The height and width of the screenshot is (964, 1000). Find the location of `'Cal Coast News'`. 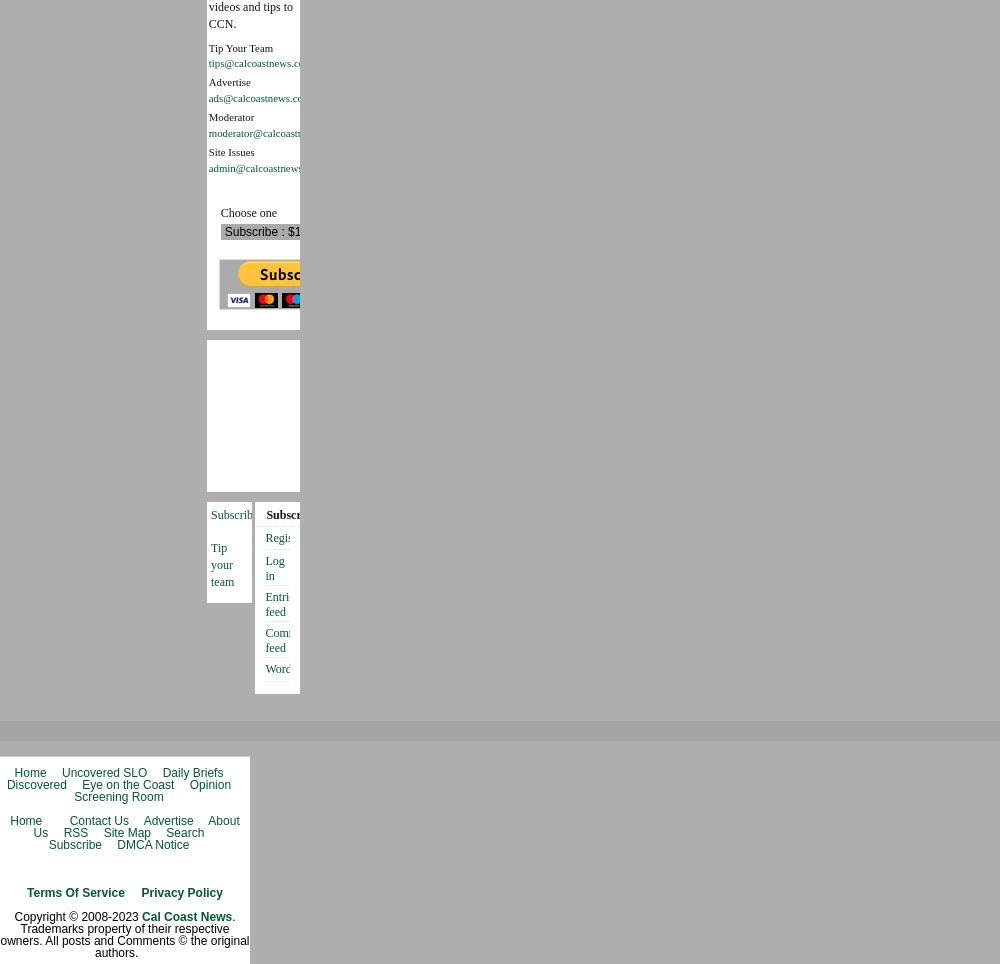

'Cal Coast News' is located at coordinates (187, 914).